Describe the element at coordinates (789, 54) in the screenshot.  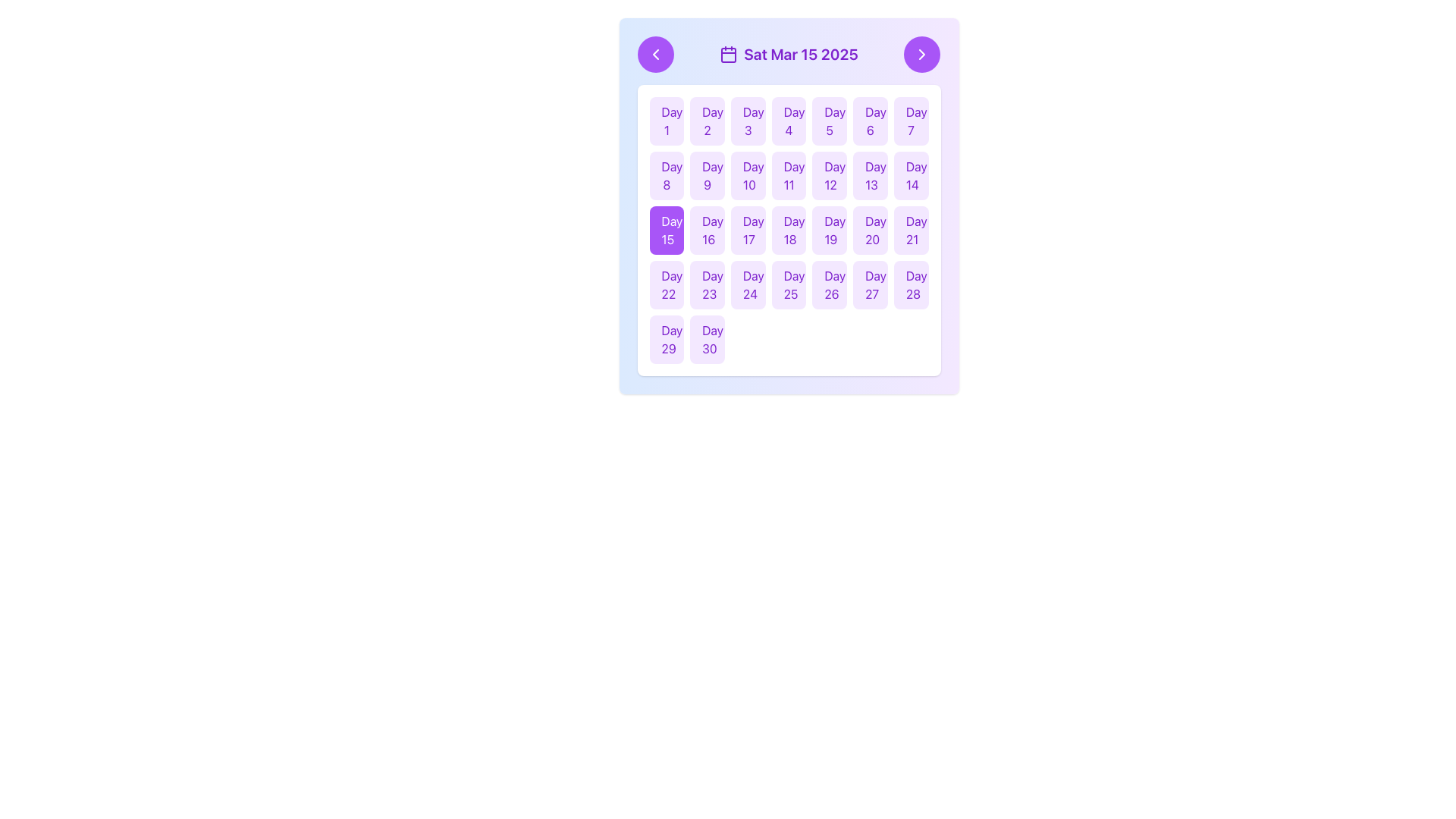
I see `the Date Display Header that shows the currently active date in the calendar, which is located near the top and flanked by navigation buttons` at that location.